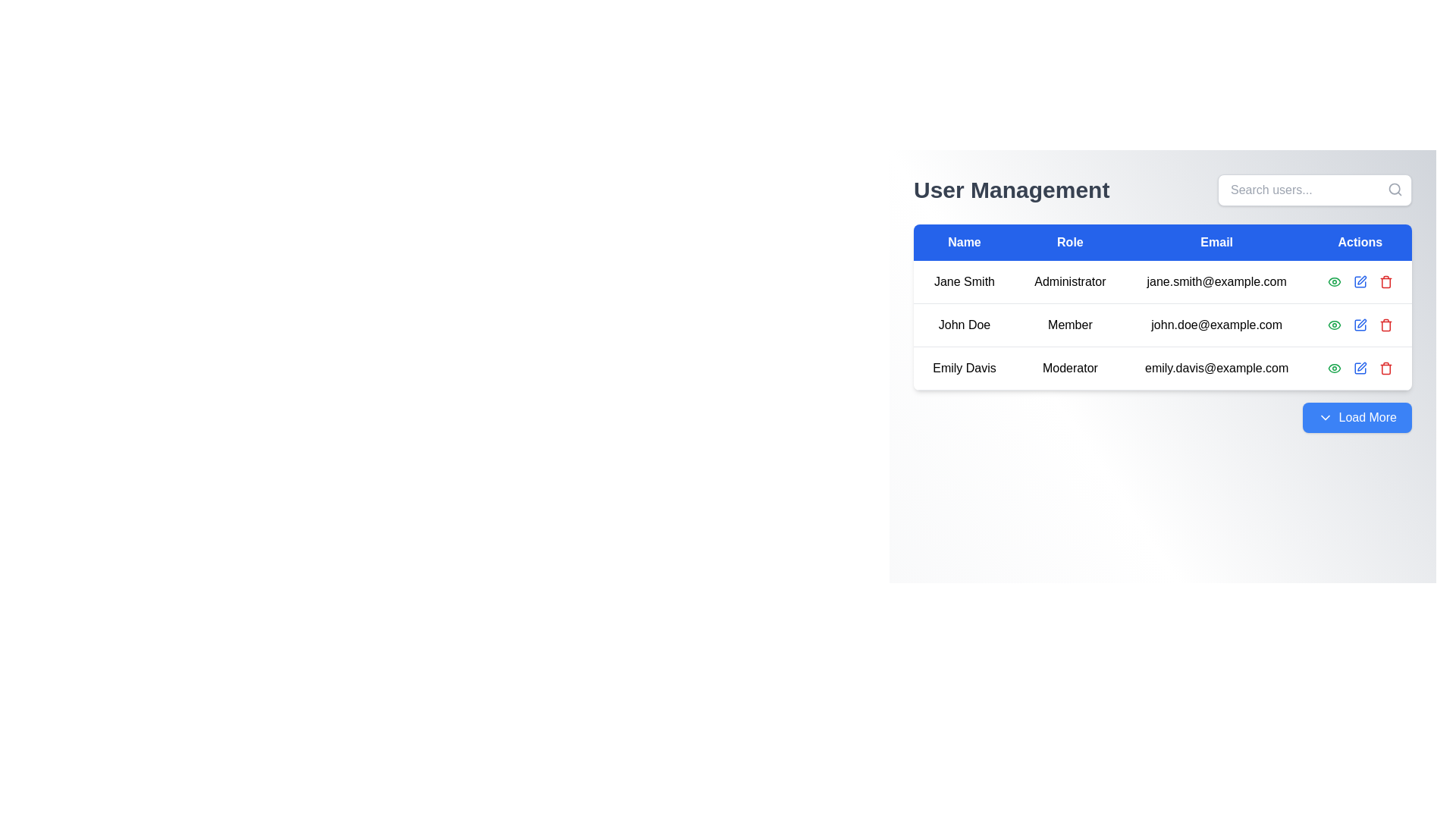  Describe the element at coordinates (1216, 282) in the screenshot. I see `the Text Display Field containing the email address 'jane.smith@example.com', which is located in the 'Email' column of the first row in a table layout` at that location.